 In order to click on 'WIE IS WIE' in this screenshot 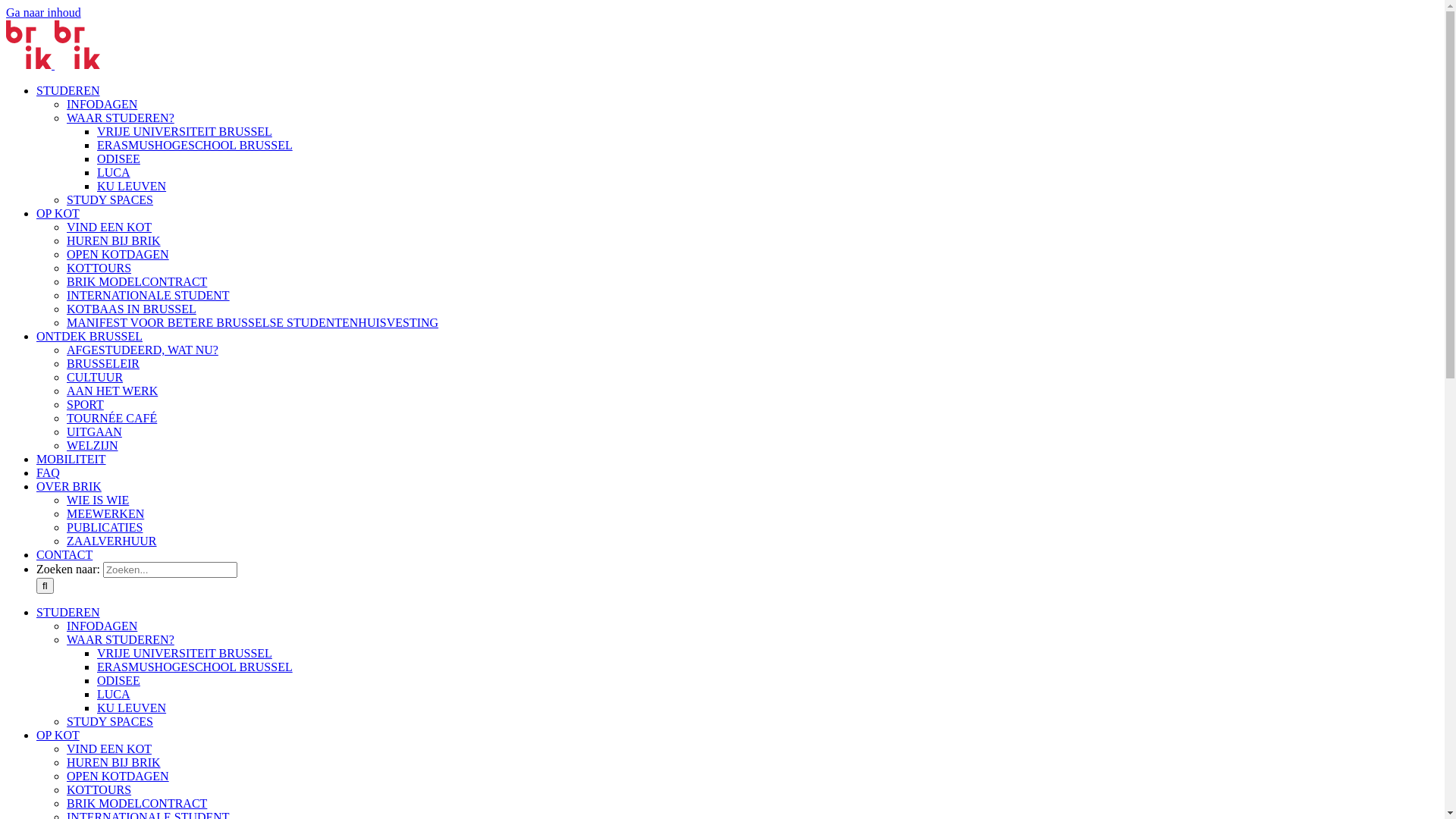, I will do `click(97, 500)`.